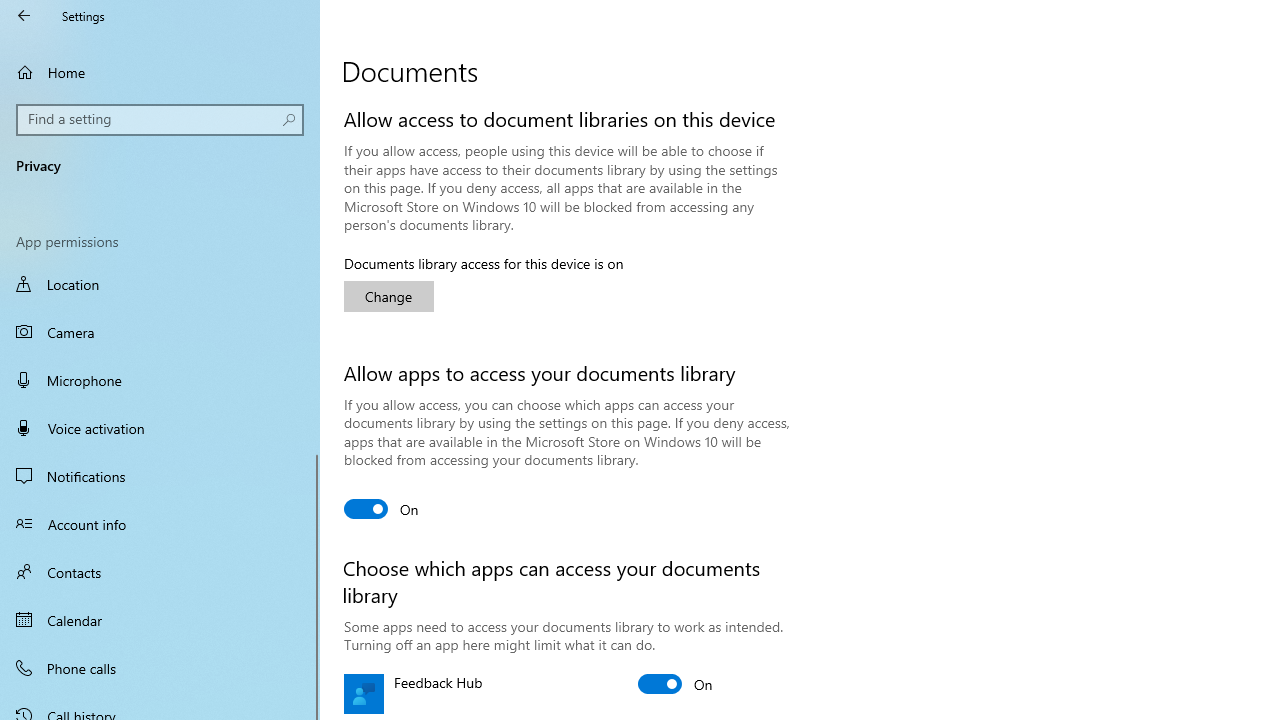 The height and width of the screenshot is (720, 1280). Describe the element at coordinates (160, 379) in the screenshot. I see `'Microphone'` at that location.